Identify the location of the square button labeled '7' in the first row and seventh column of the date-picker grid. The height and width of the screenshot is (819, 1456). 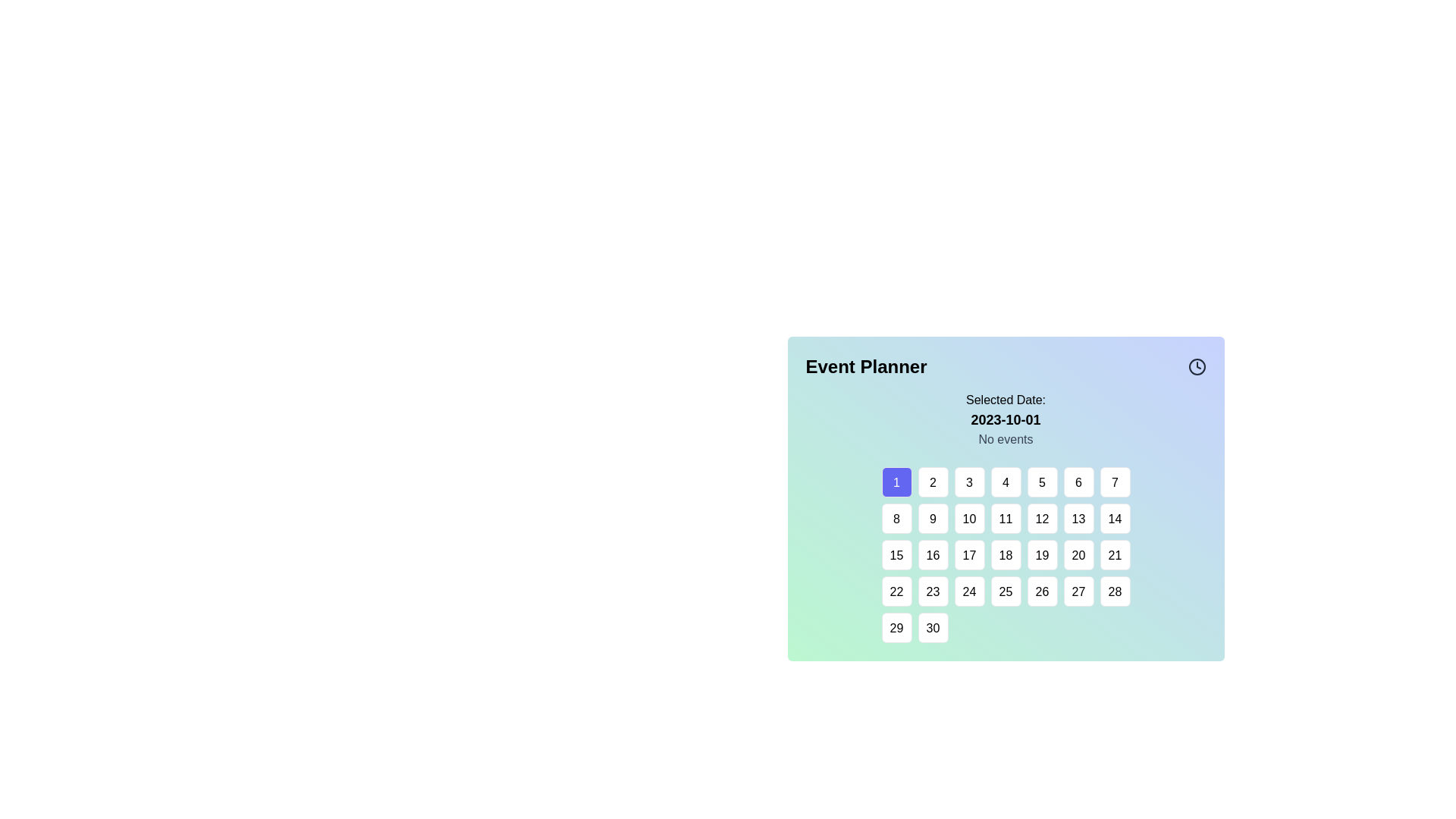
(1115, 482).